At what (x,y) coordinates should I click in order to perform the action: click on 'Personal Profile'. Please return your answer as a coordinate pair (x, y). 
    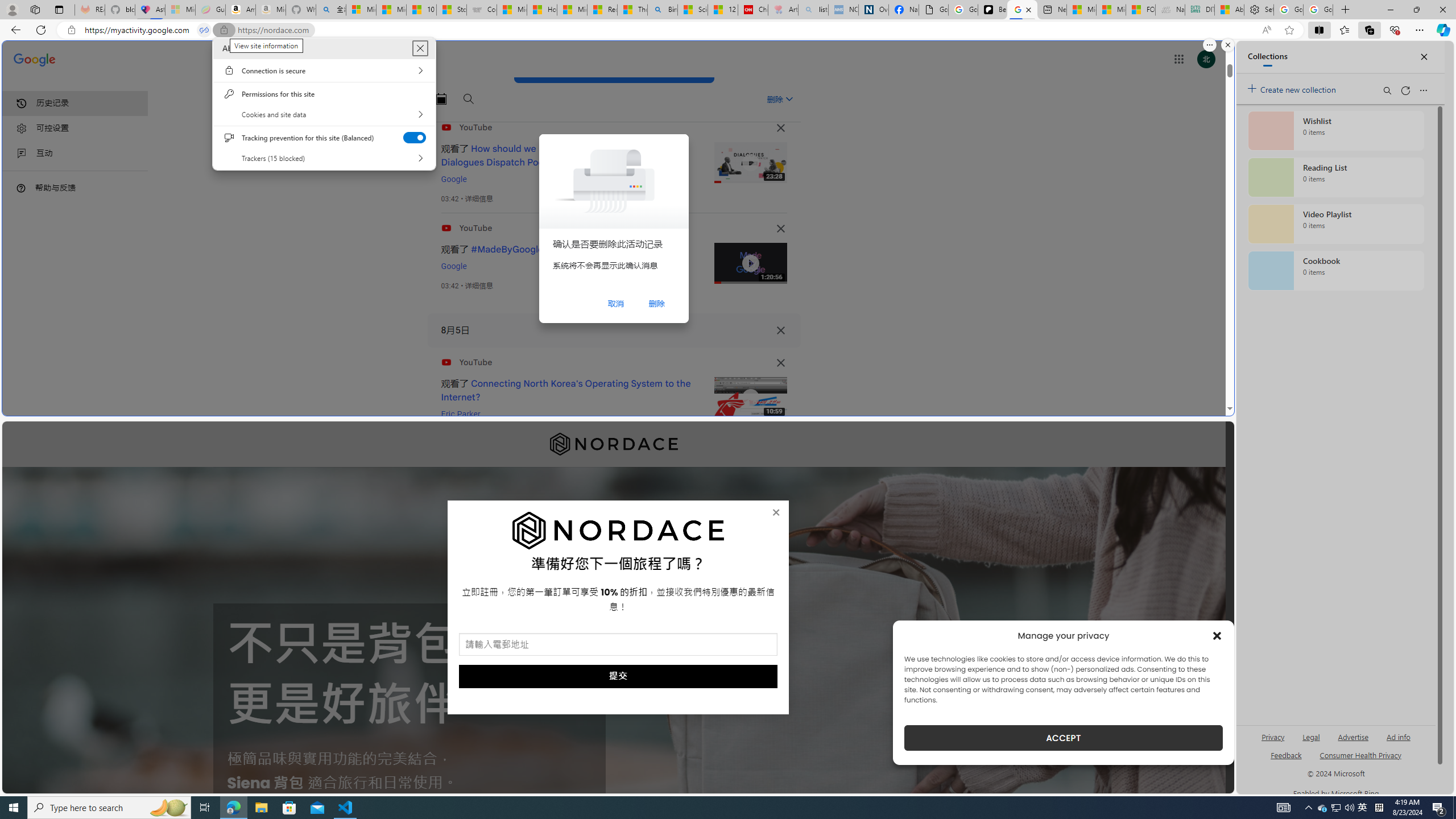
    Looking at the image, I should click on (11, 9).